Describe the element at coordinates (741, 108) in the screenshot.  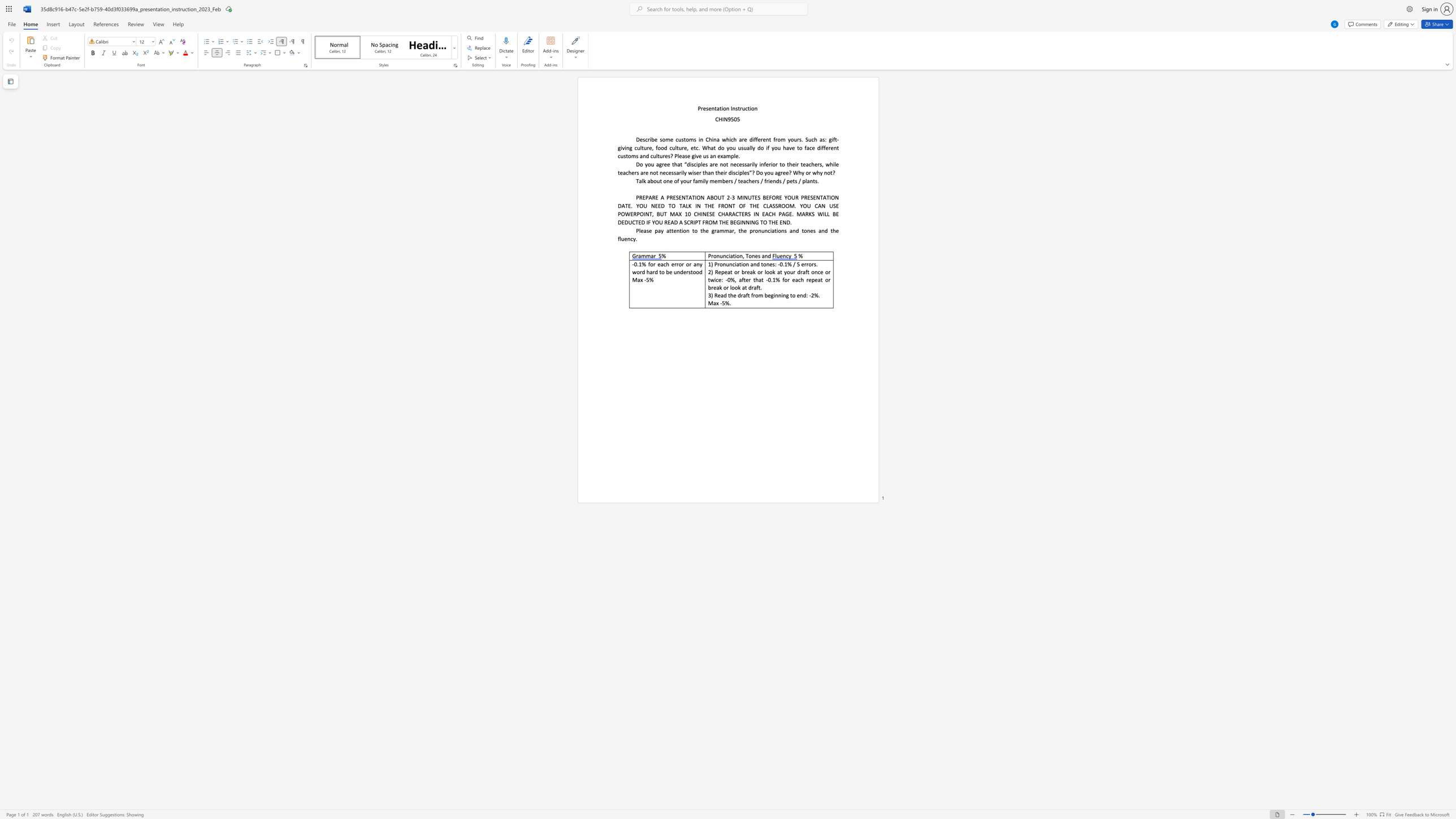
I see `the 2th character "r" in the text` at that location.